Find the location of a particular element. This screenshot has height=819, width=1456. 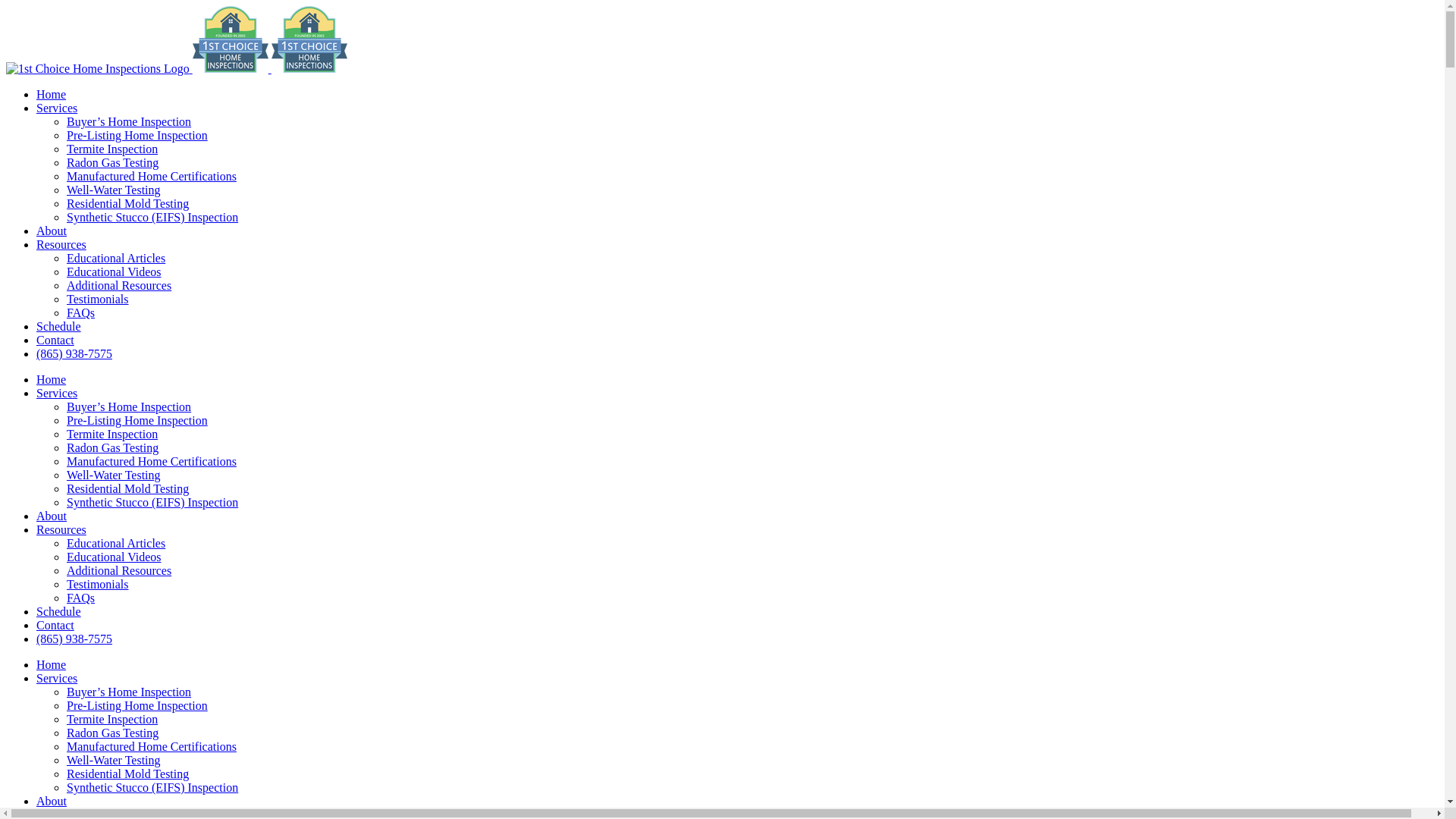

'Schedule' is located at coordinates (58, 610).